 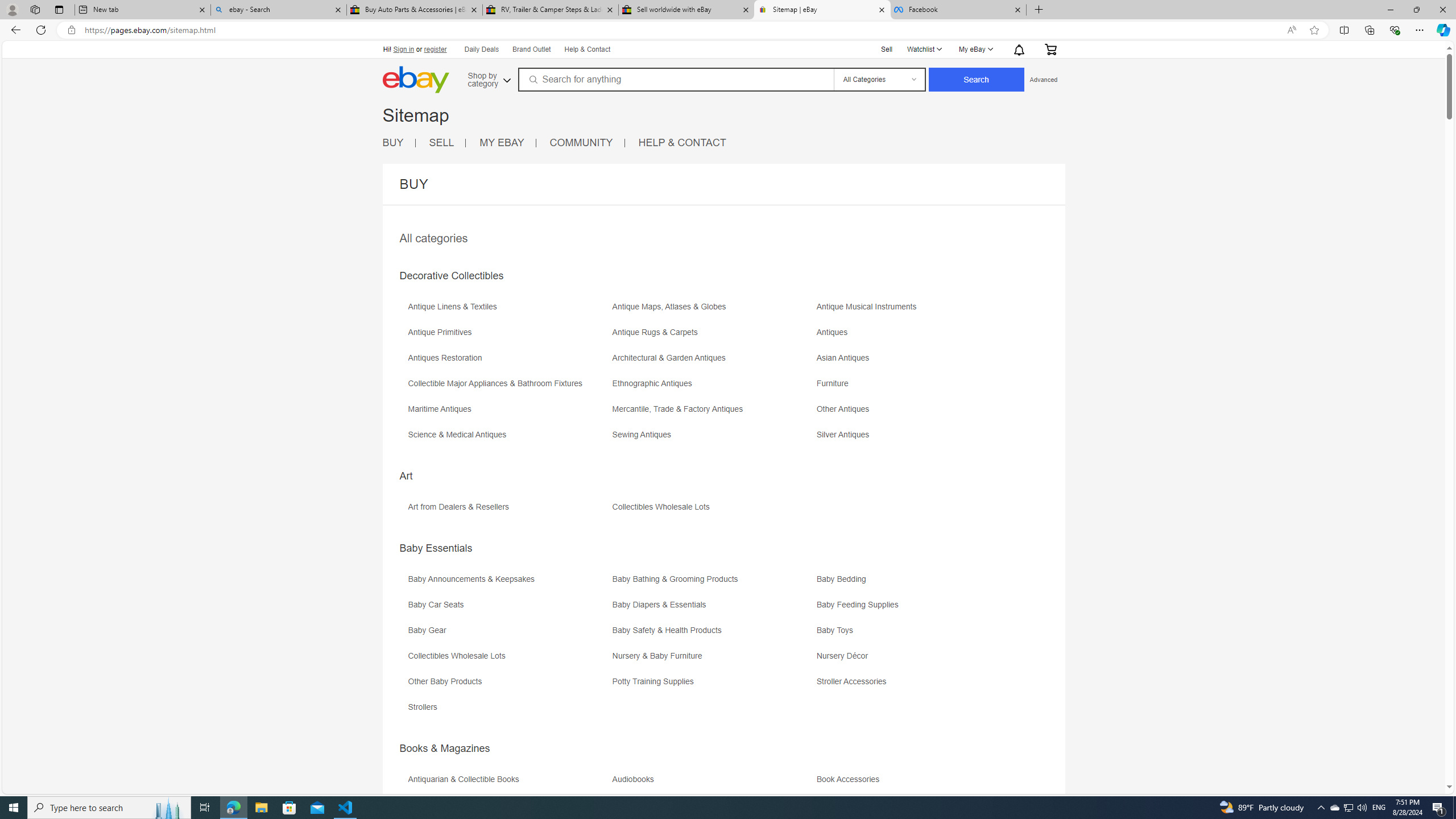 I want to click on 'Nursery & Baby Furniture', so click(x=659, y=655).